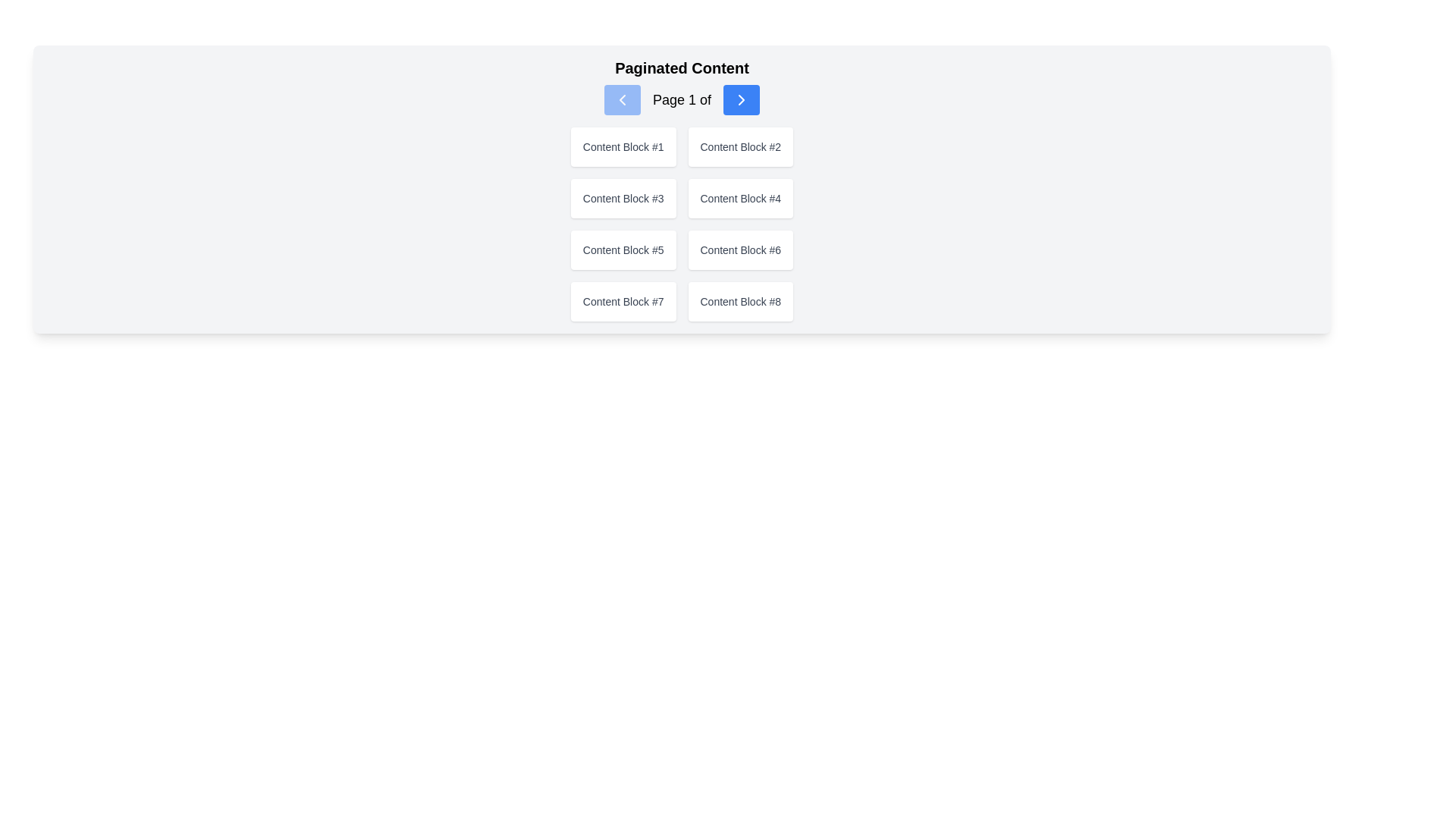  Describe the element at coordinates (740, 198) in the screenshot. I see `the text label displaying 'Content Block #4', which is styled in a smaller gray font and located in the second column of the second row of a grid structure` at that location.